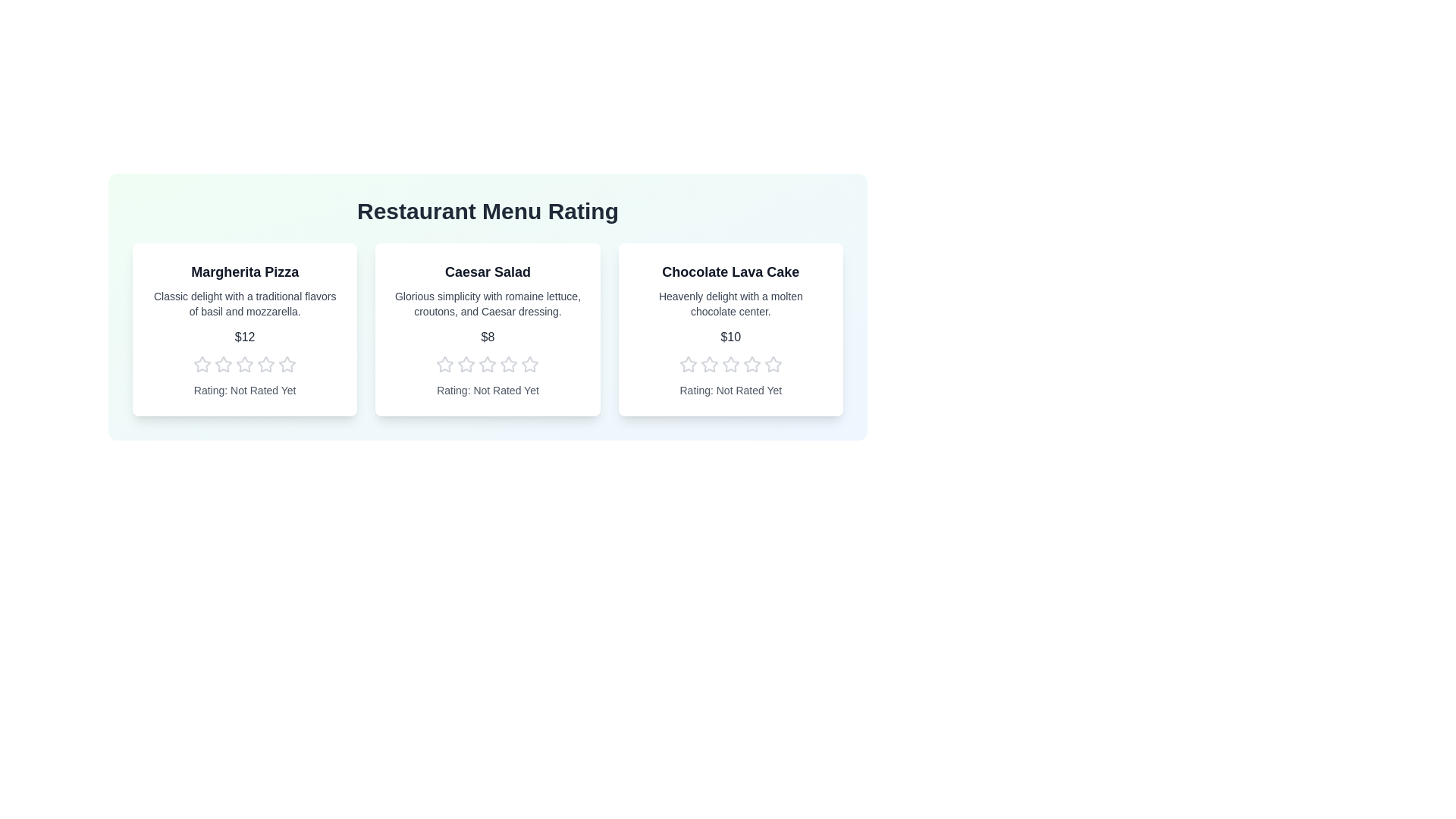 This screenshot has height=819, width=1456. What do you see at coordinates (266, 365) in the screenshot?
I see `the 4 star to preview the rating` at bounding box center [266, 365].